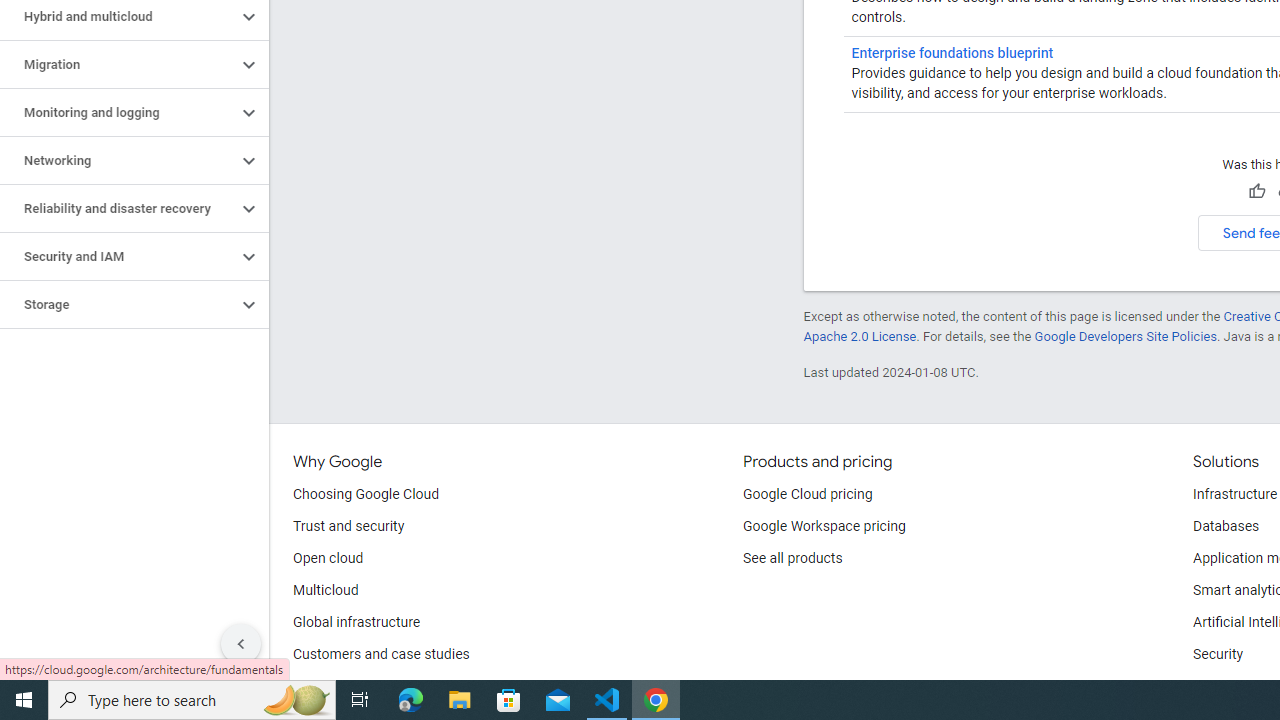  Describe the element at coordinates (824, 526) in the screenshot. I see `'Google Workspace pricing'` at that location.